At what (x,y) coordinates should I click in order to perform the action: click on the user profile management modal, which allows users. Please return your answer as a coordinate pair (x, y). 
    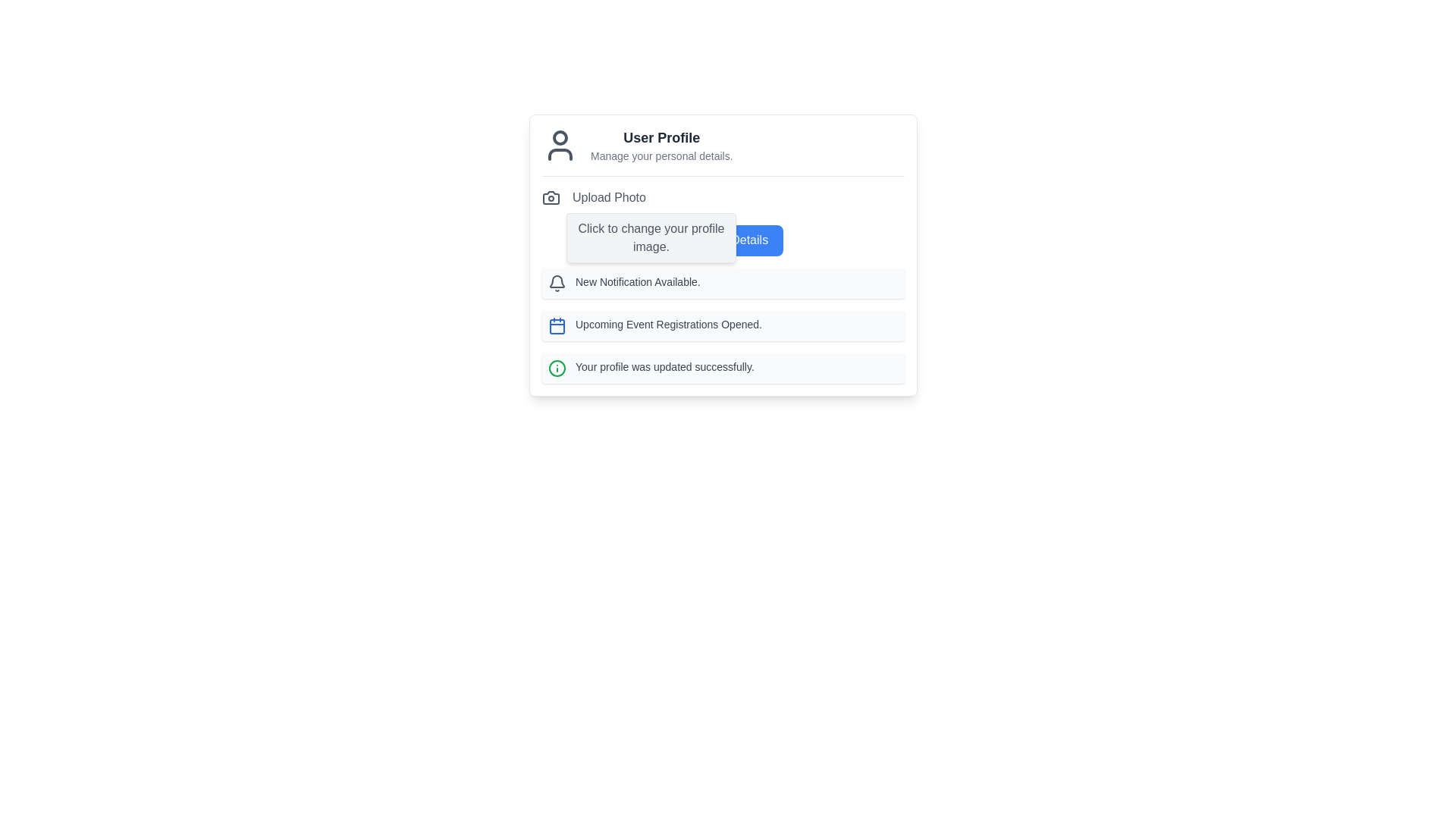
    Looking at the image, I should click on (723, 253).